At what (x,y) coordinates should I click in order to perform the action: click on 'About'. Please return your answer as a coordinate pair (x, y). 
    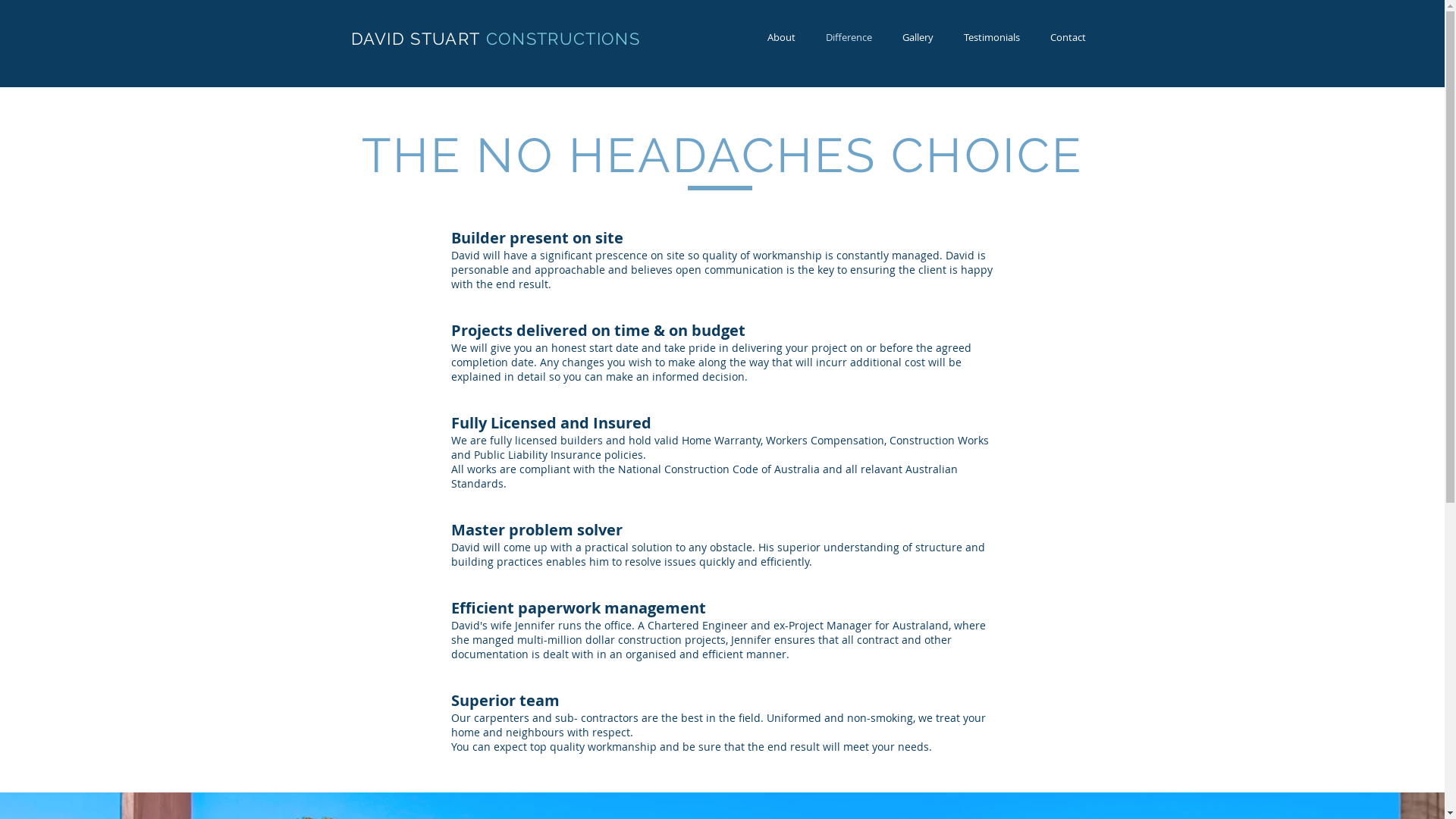
    Looking at the image, I should click on (781, 36).